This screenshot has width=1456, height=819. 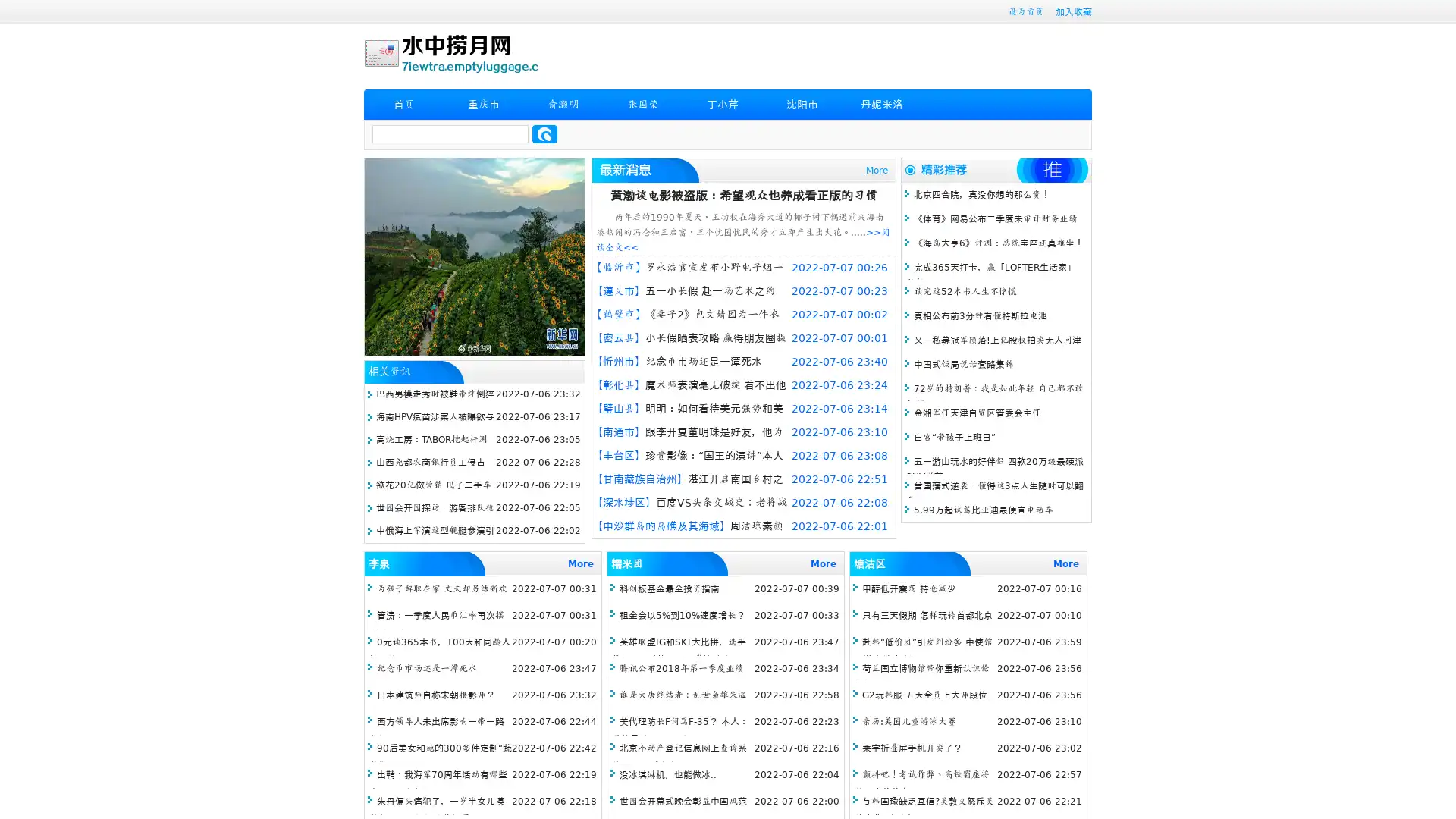 I want to click on Search, so click(x=544, y=133).